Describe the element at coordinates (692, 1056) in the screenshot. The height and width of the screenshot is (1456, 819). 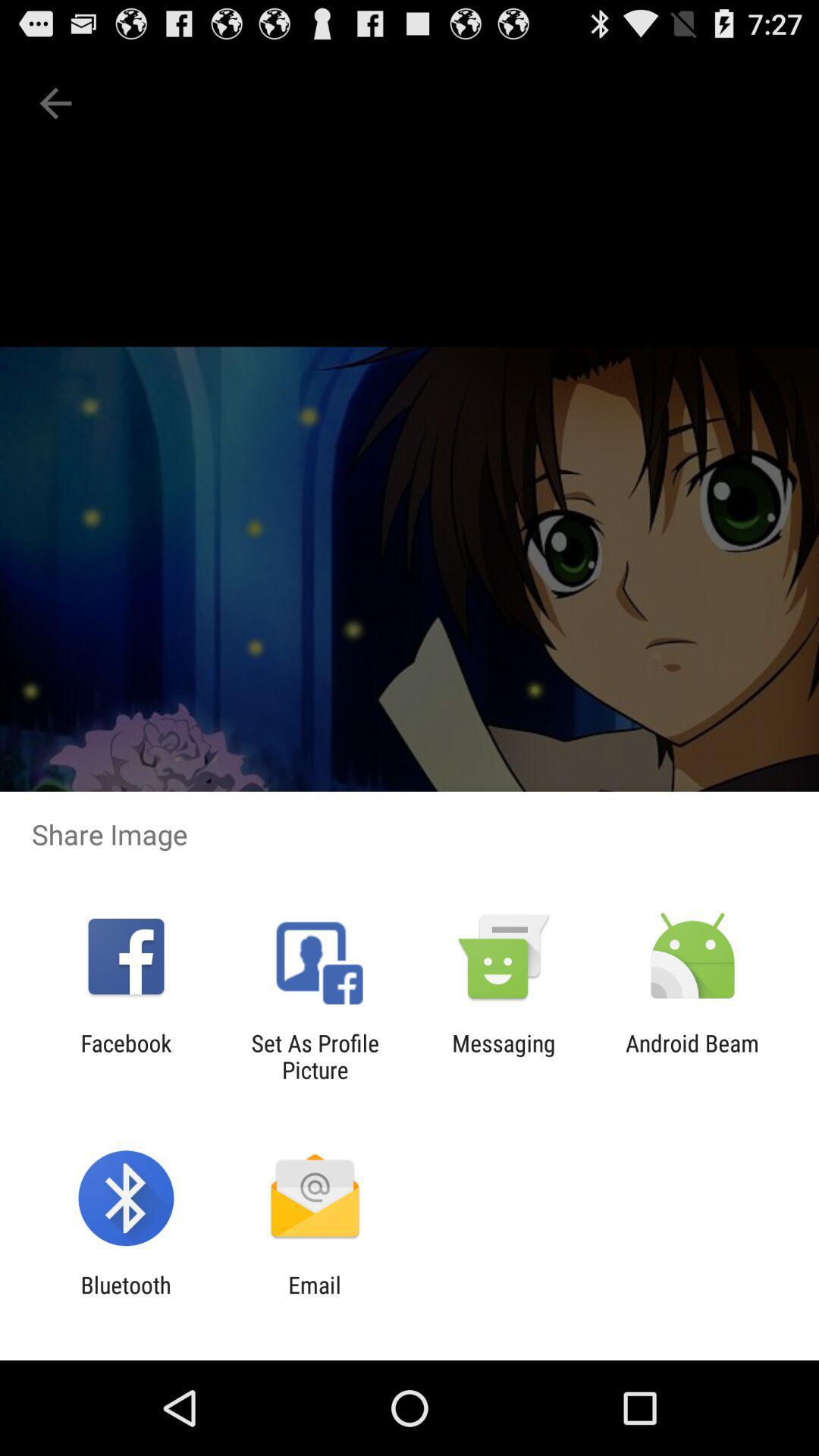
I see `item to the right of the messaging app` at that location.